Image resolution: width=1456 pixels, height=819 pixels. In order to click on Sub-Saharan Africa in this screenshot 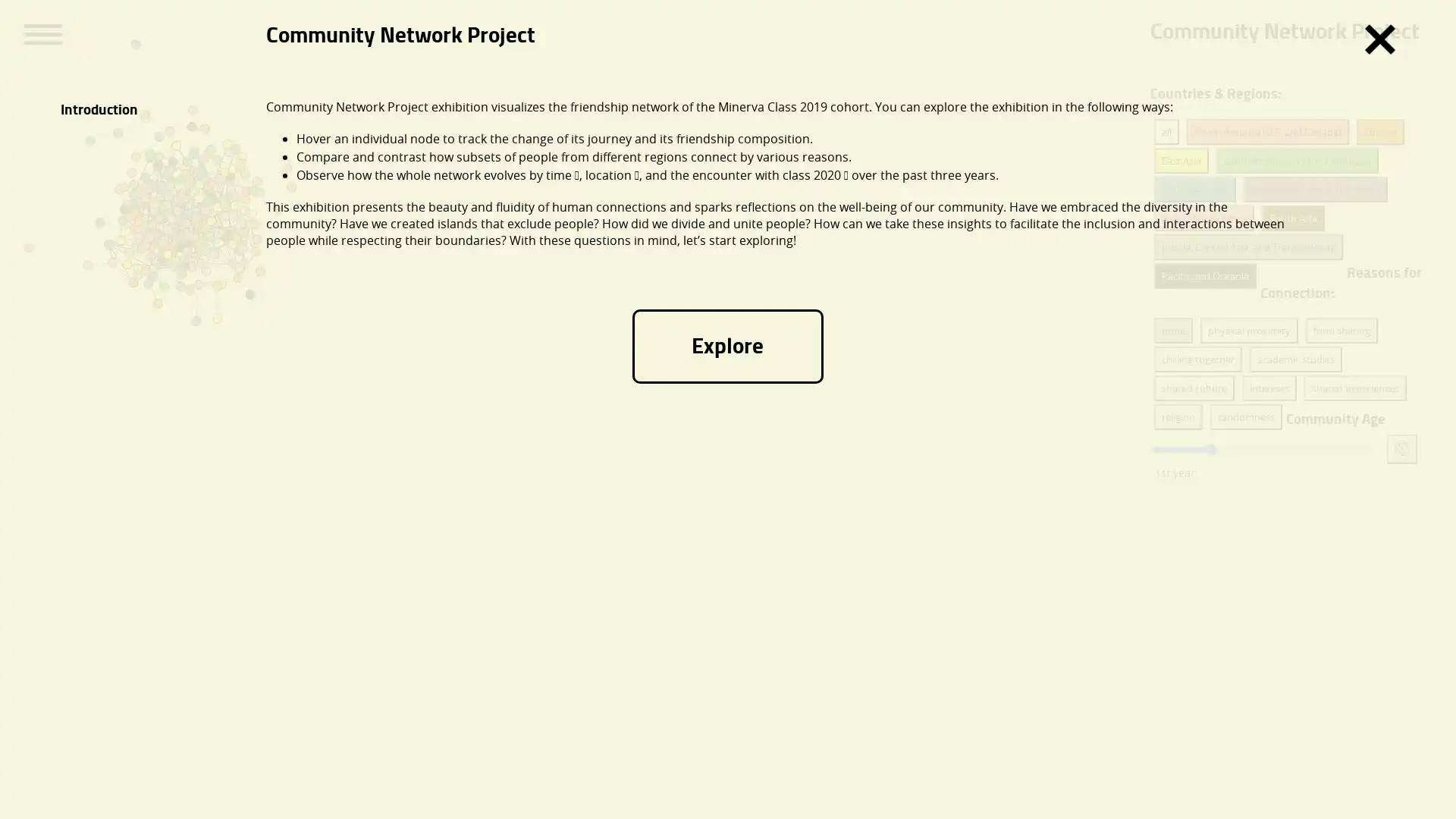, I will do `click(1203, 217)`.